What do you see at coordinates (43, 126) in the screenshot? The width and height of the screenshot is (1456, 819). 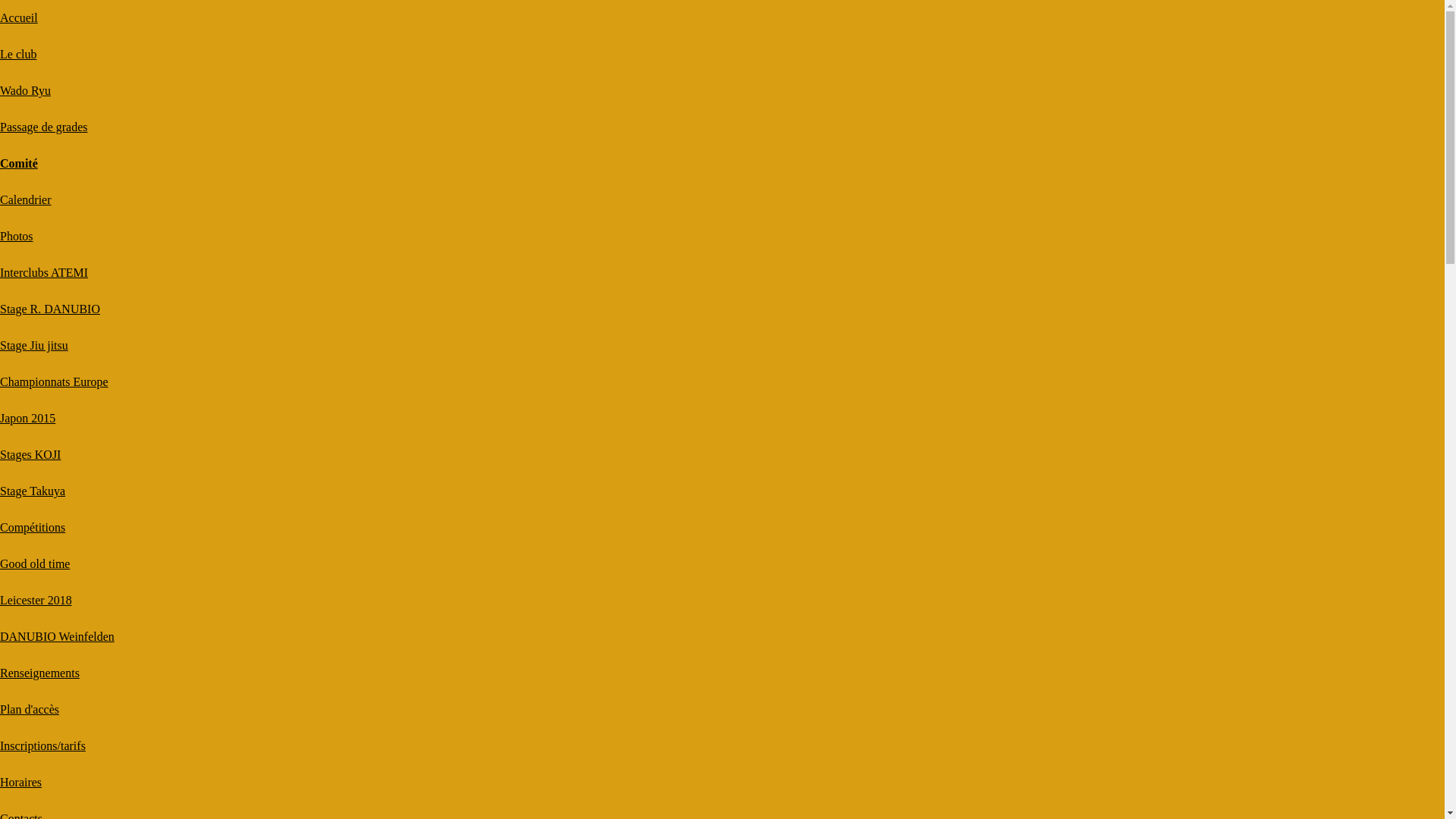 I see `'Passage de grades'` at bounding box center [43, 126].